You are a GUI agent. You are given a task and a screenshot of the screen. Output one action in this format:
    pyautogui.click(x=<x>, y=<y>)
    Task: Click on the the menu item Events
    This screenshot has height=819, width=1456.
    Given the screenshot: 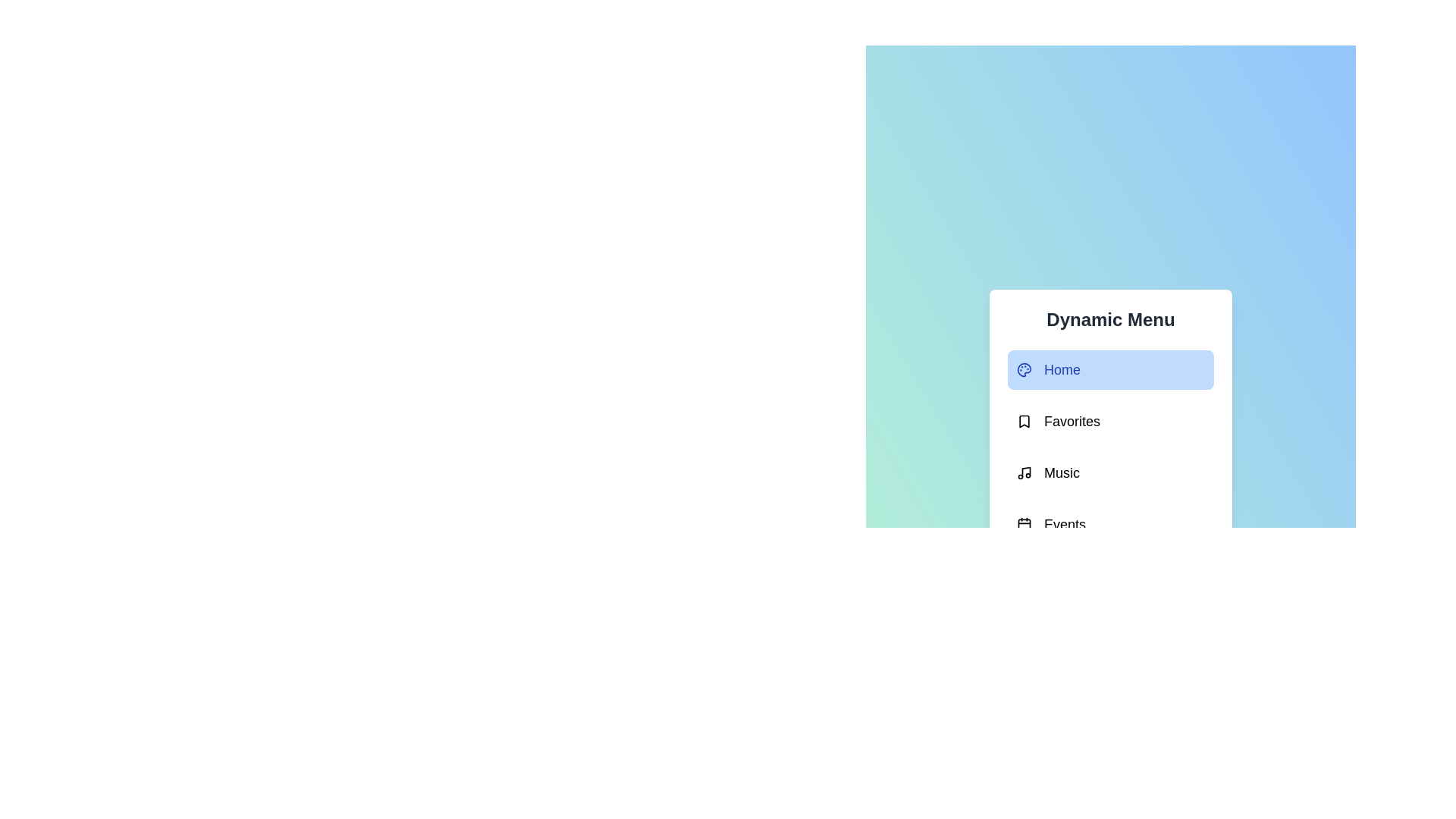 What is the action you would take?
    pyautogui.click(x=1110, y=523)
    